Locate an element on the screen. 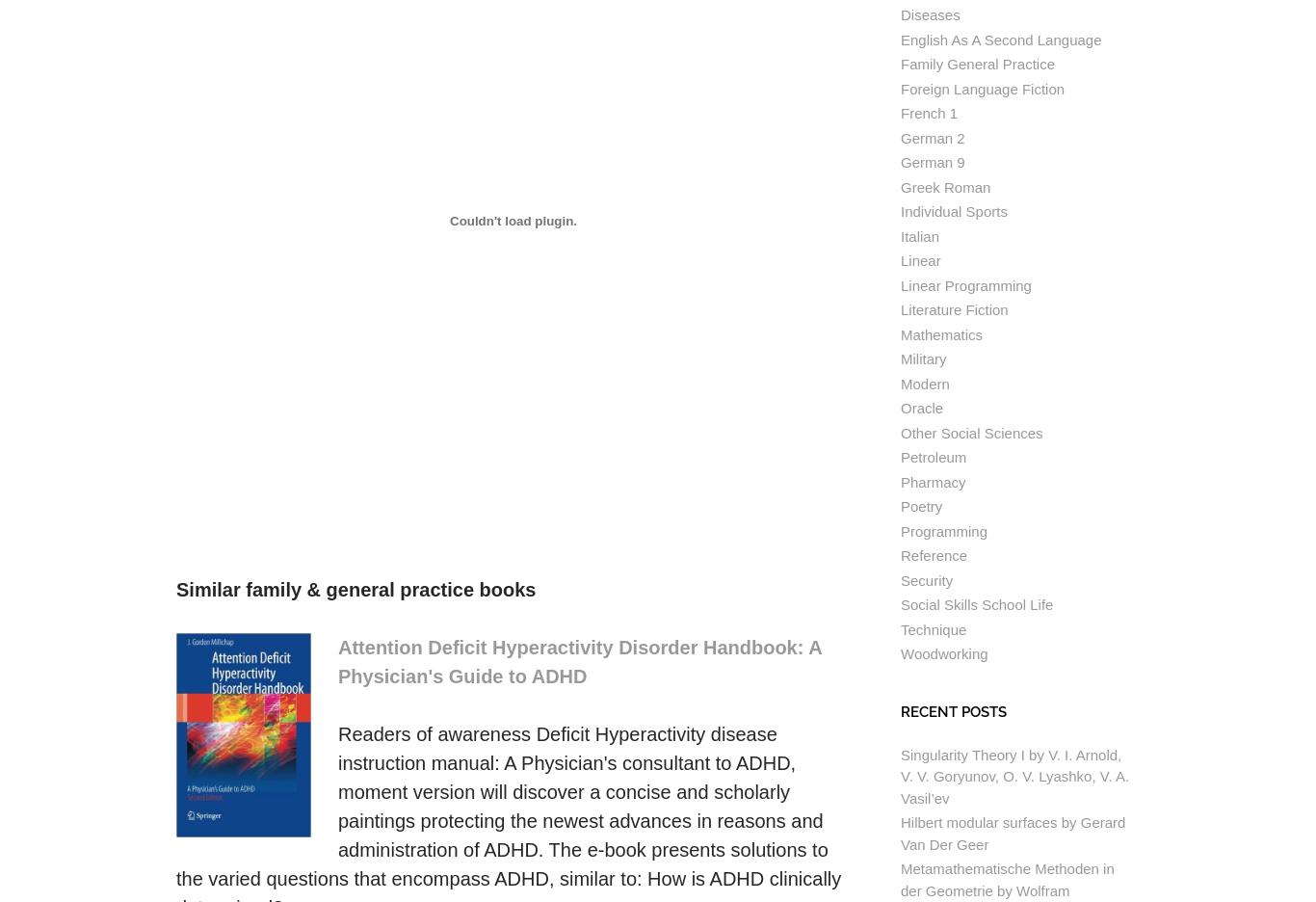  'Mathematics' is located at coordinates (941, 332).